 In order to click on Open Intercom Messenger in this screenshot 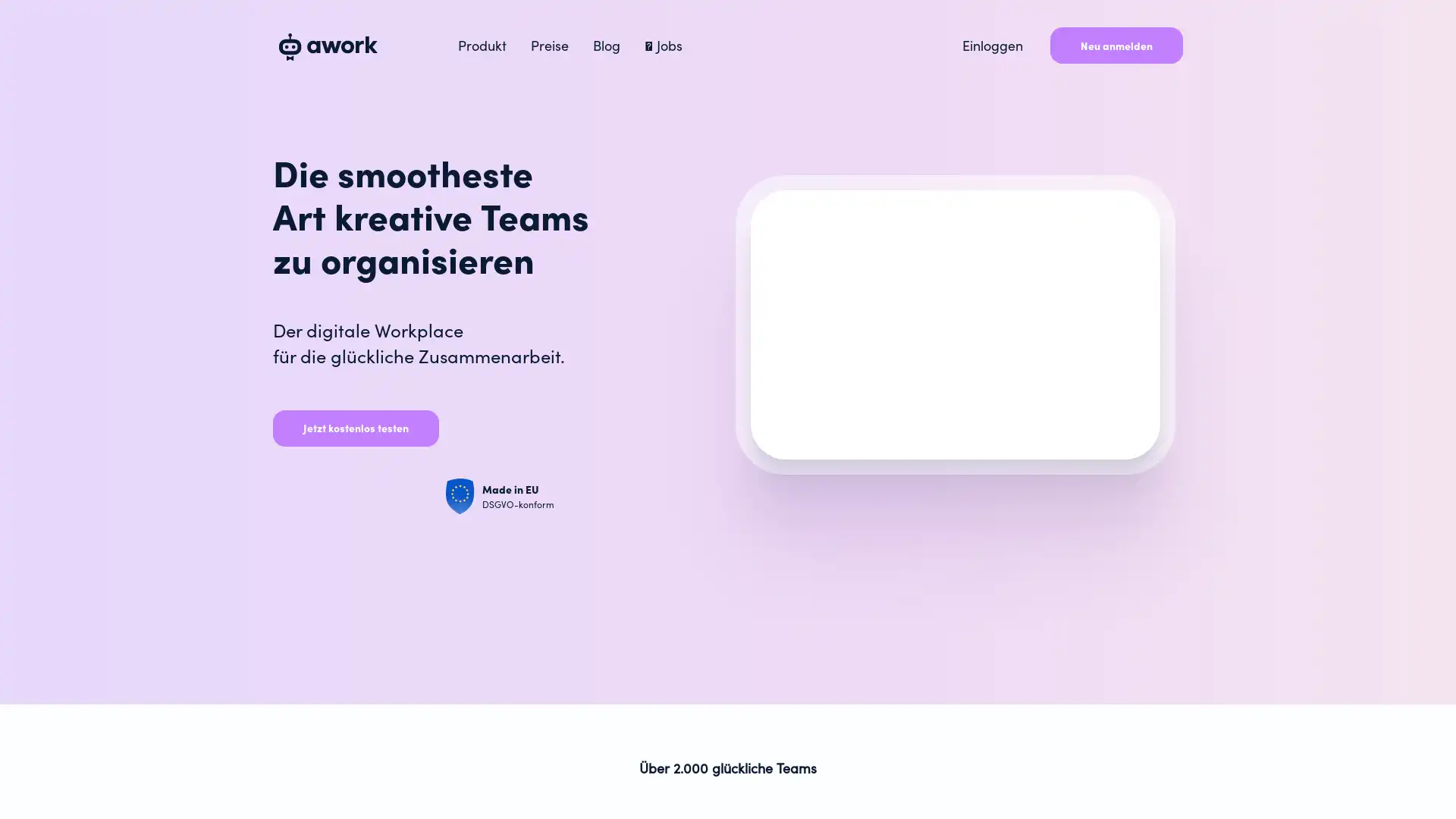, I will do `click(1417, 780)`.